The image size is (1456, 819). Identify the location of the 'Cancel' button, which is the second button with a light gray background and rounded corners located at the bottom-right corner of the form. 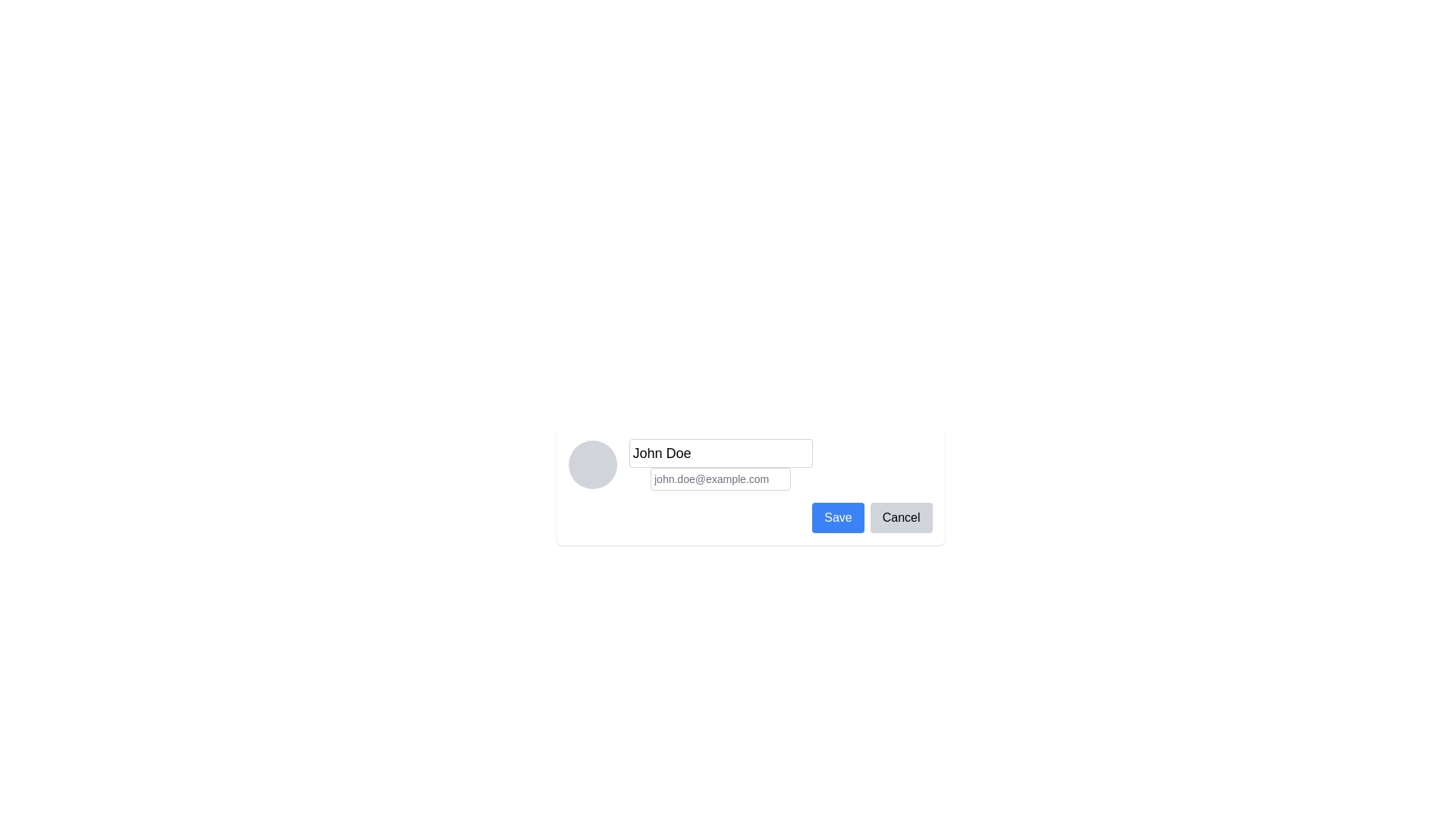
(901, 516).